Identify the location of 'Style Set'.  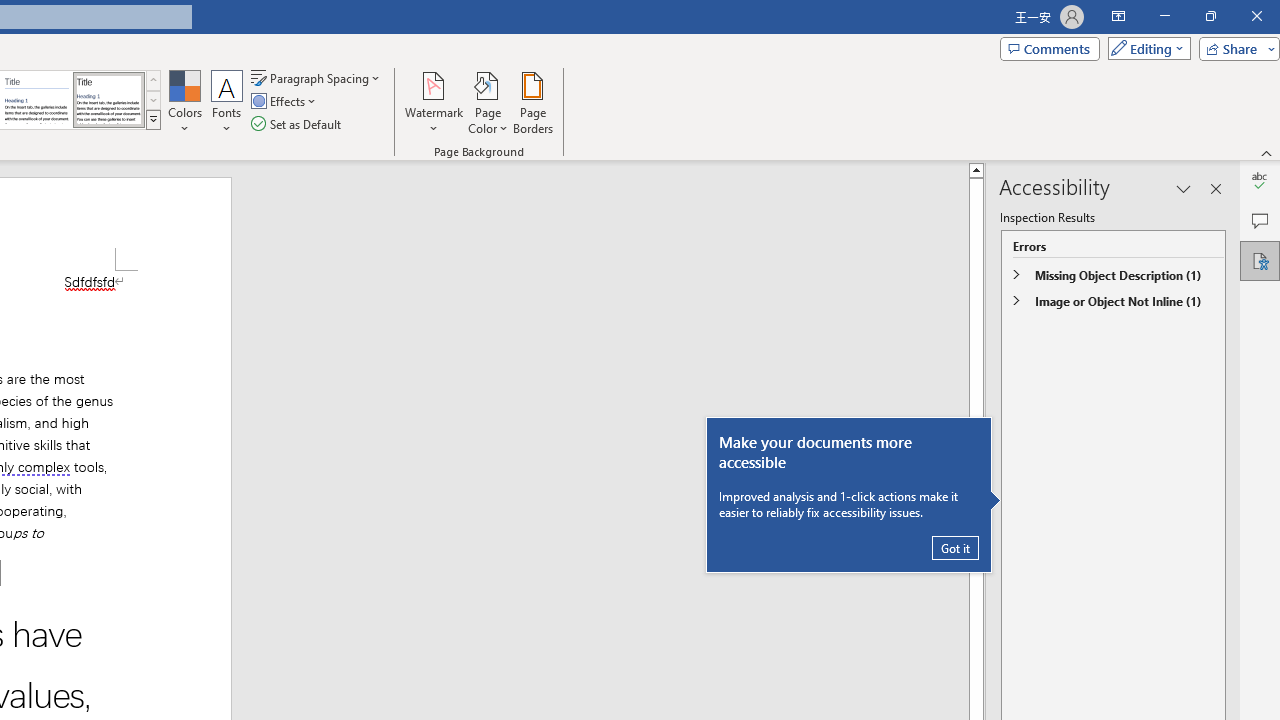
(152, 120).